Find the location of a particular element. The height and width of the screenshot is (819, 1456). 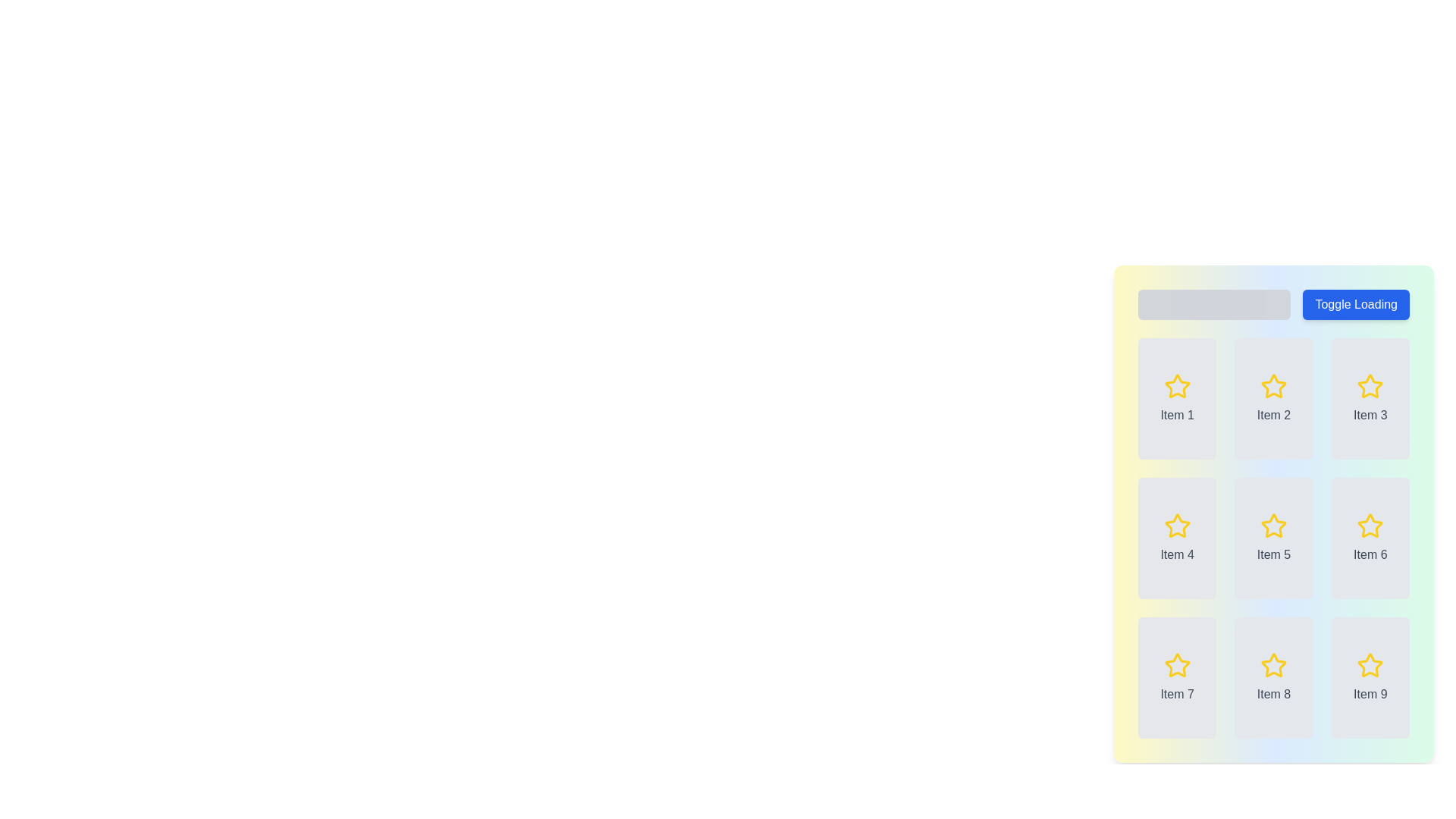

the first star icon in the grid associated with 'Item 1' is located at coordinates (1176, 385).